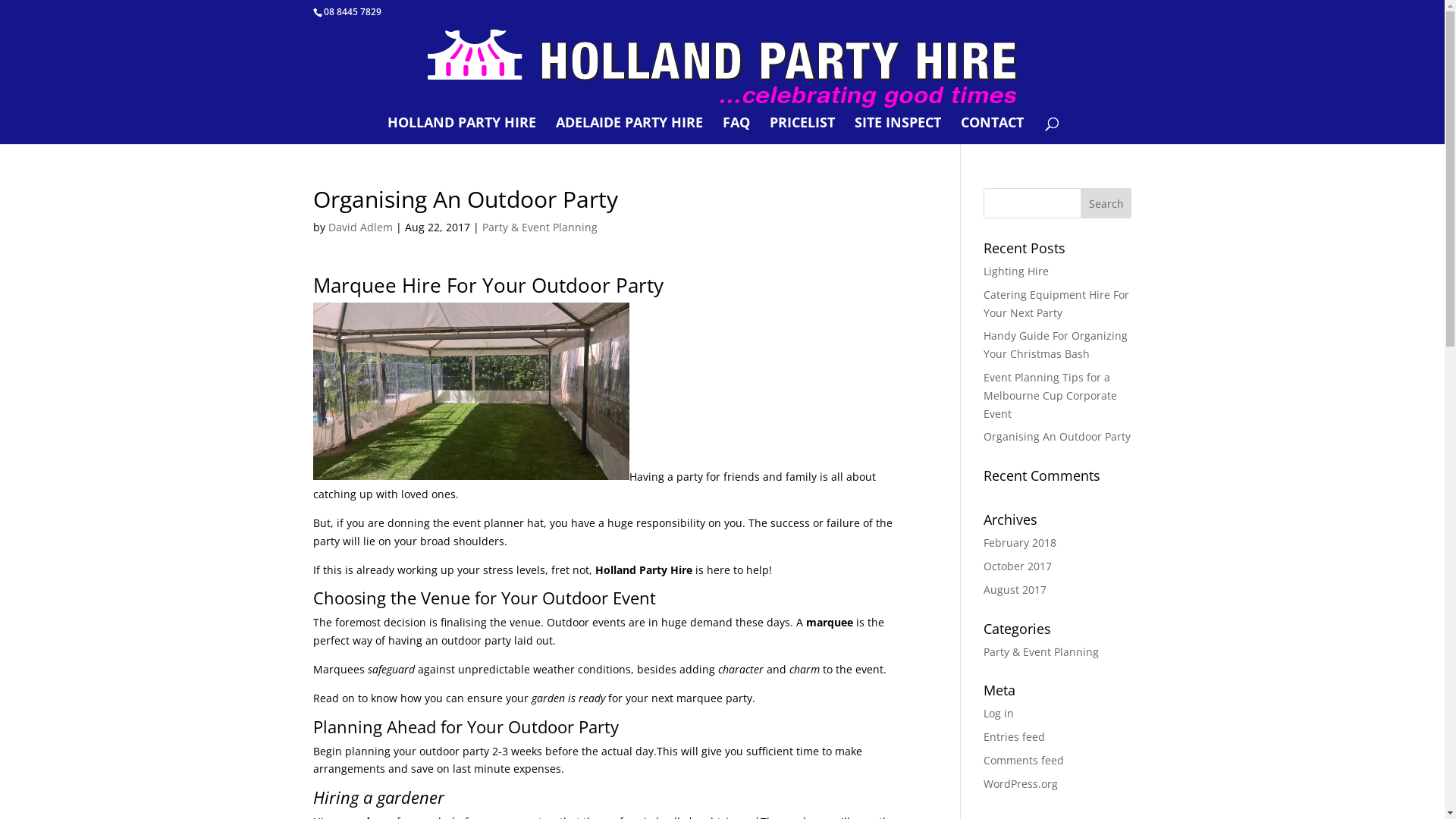  What do you see at coordinates (359, 227) in the screenshot?
I see `'David Adlem'` at bounding box center [359, 227].